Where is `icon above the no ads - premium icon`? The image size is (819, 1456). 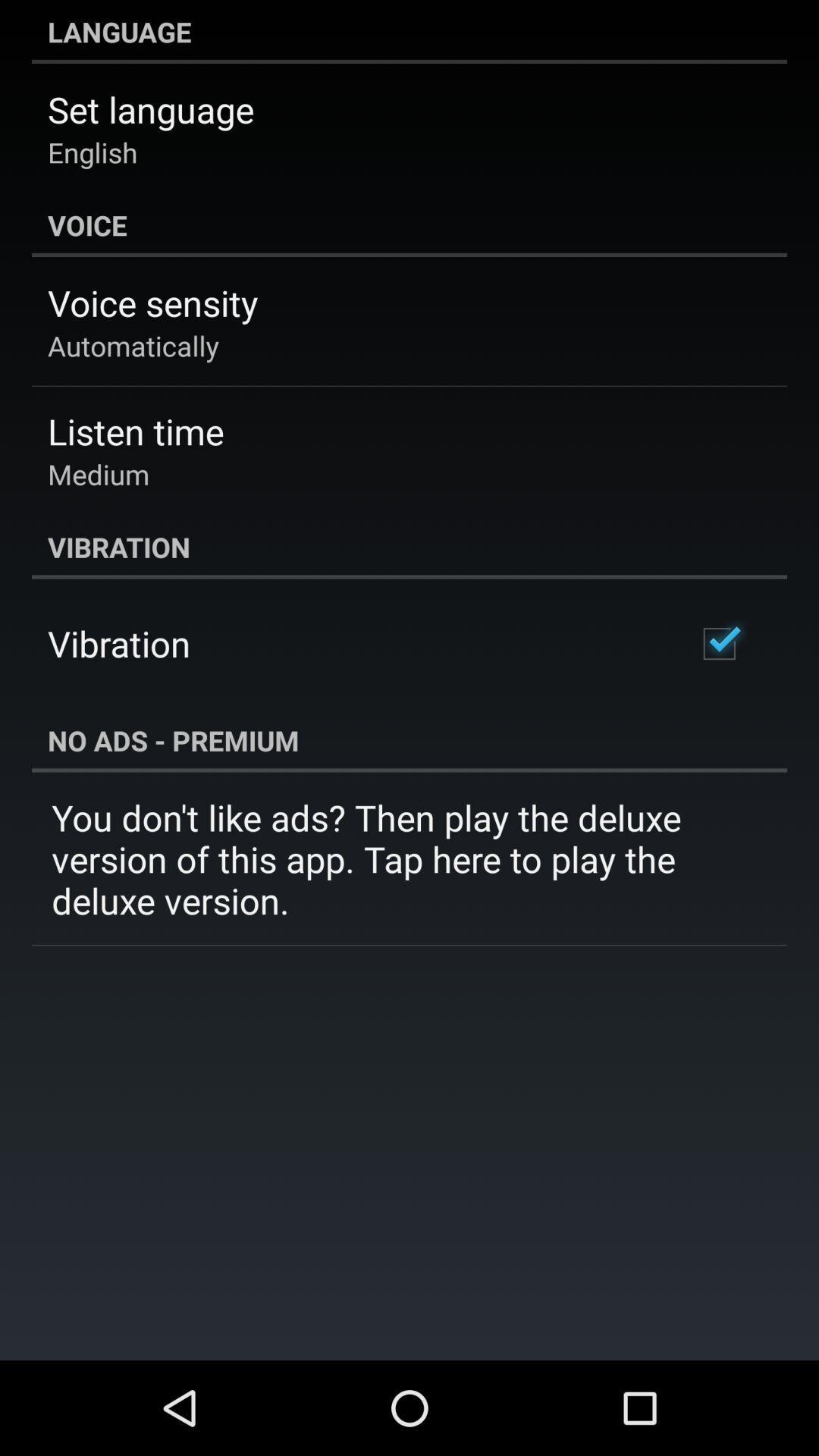
icon above the no ads - premium icon is located at coordinates (718, 644).